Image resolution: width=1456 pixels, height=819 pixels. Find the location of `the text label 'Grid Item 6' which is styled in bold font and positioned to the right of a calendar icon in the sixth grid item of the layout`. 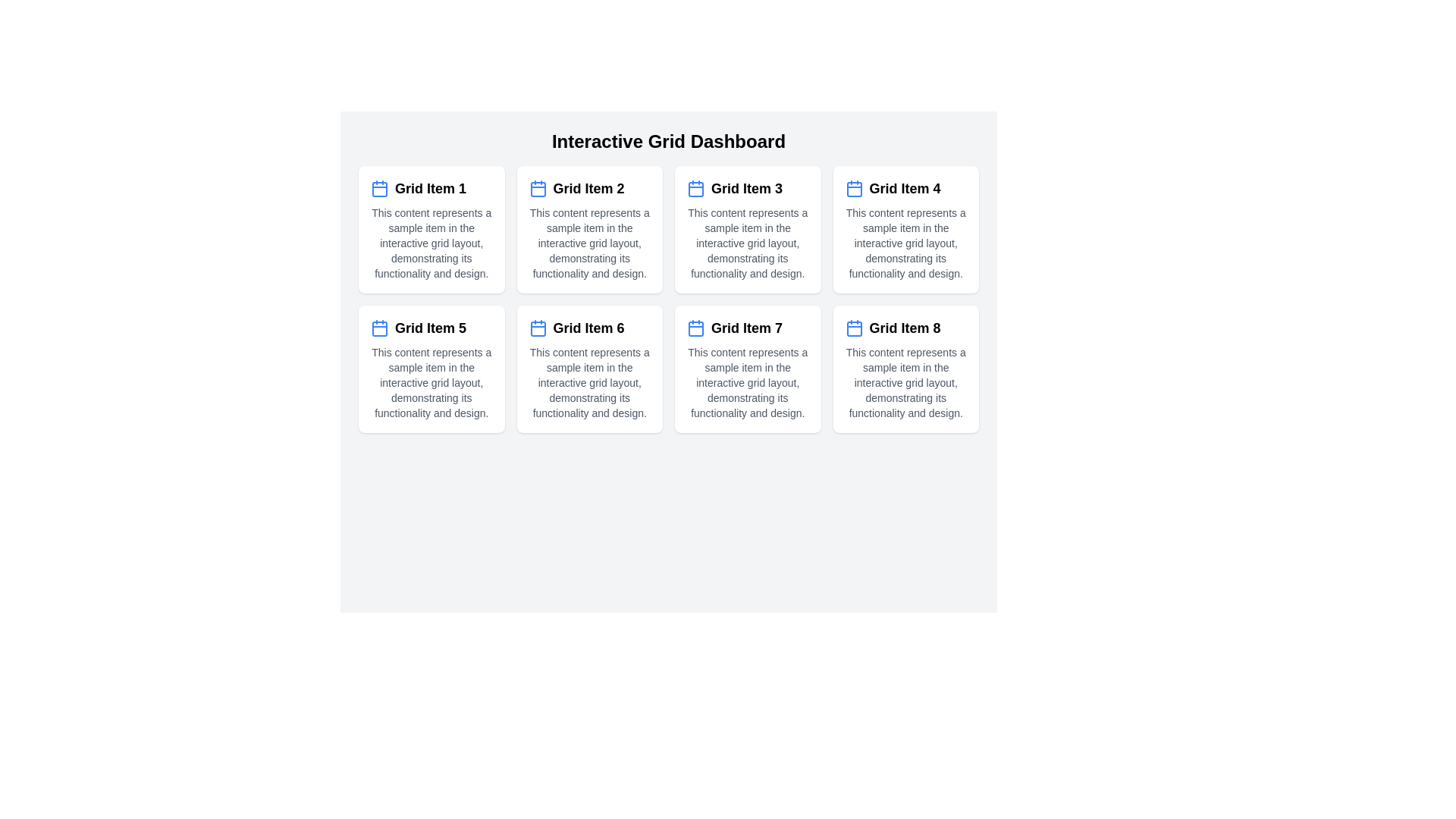

the text label 'Grid Item 6' which is styled in bold font and positioned to the right of a calendar icon in the sixth grid item of the layout is located at coordinates (588, 327).